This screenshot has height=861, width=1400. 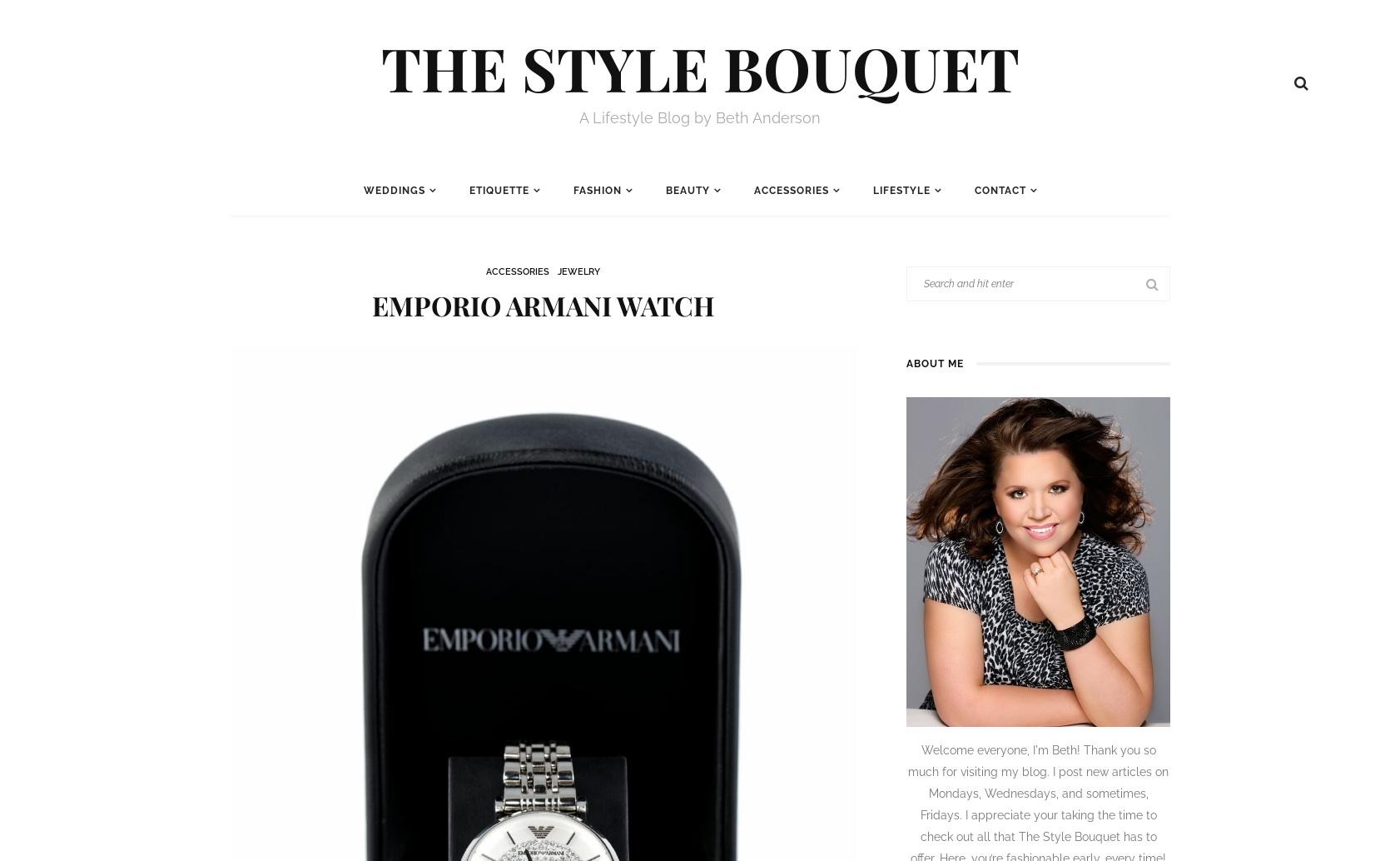 What do you see at coordinates (476, 269) in the screenshot?
I see `'Dining'` at bounding box center [476, 269].